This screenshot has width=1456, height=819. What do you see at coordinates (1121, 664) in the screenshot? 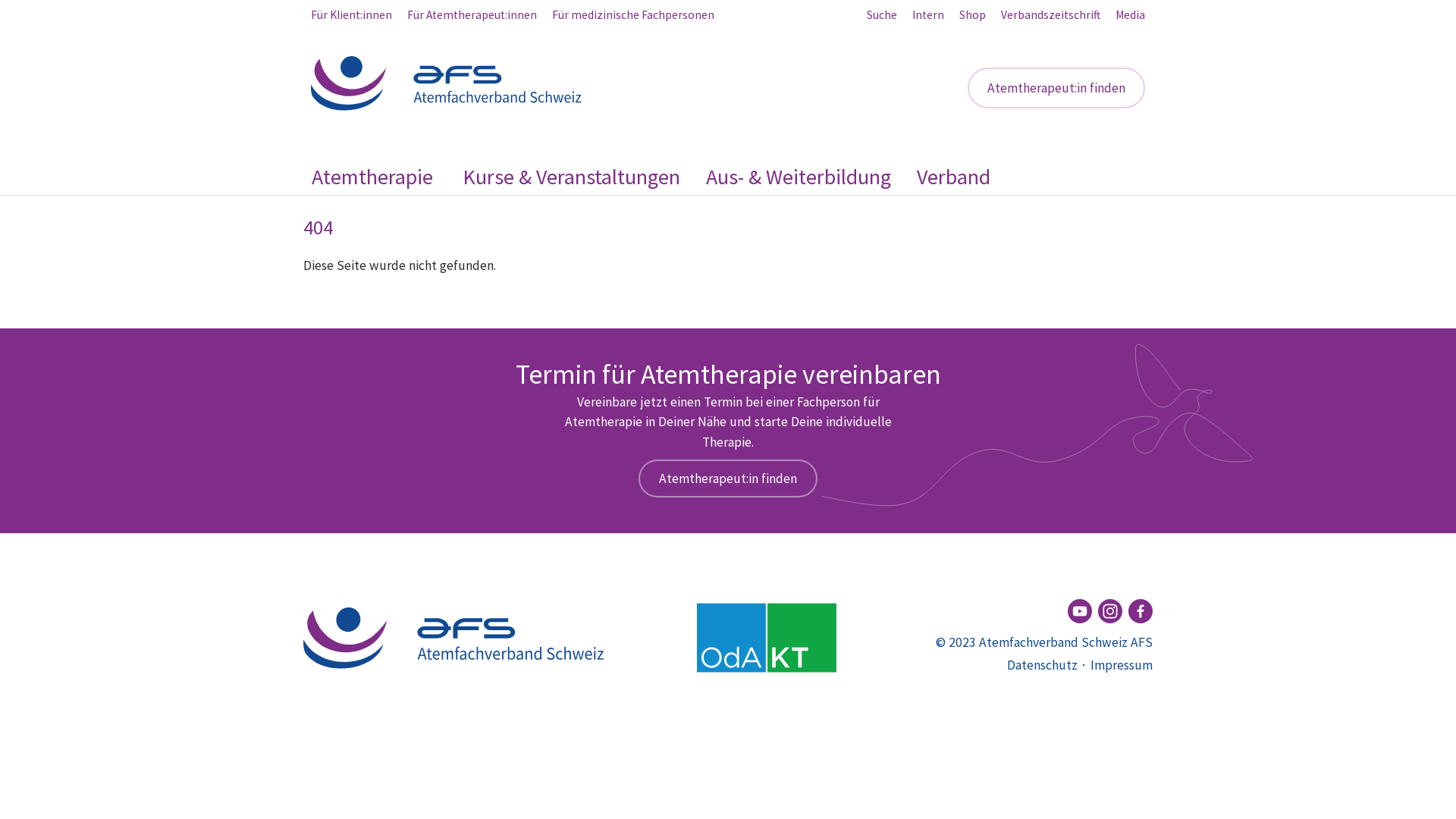
I see `'Impressum'` at bounding box center [1121, 664].